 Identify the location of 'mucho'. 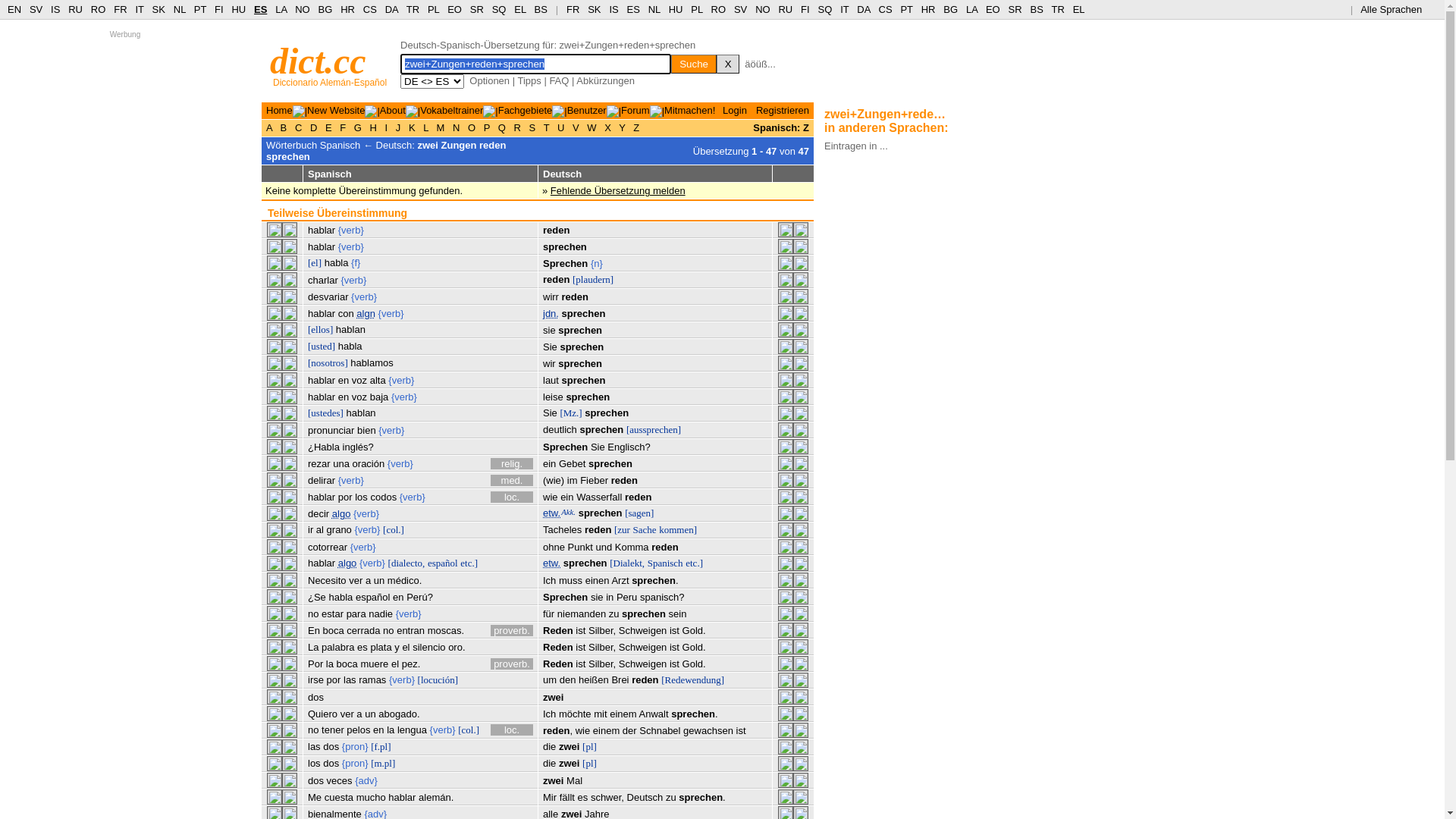
(371, 796).